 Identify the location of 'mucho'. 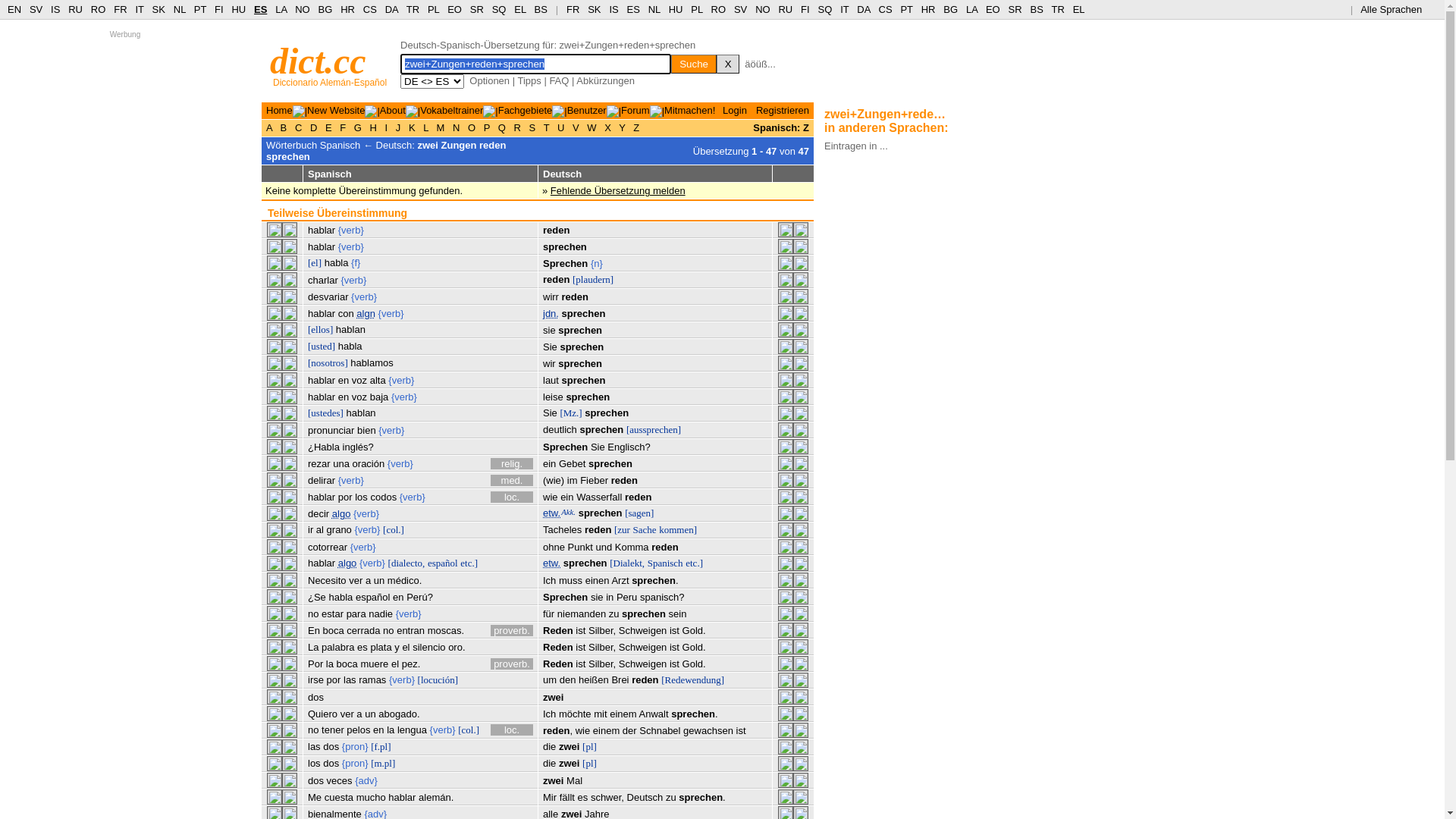
(371, 796).